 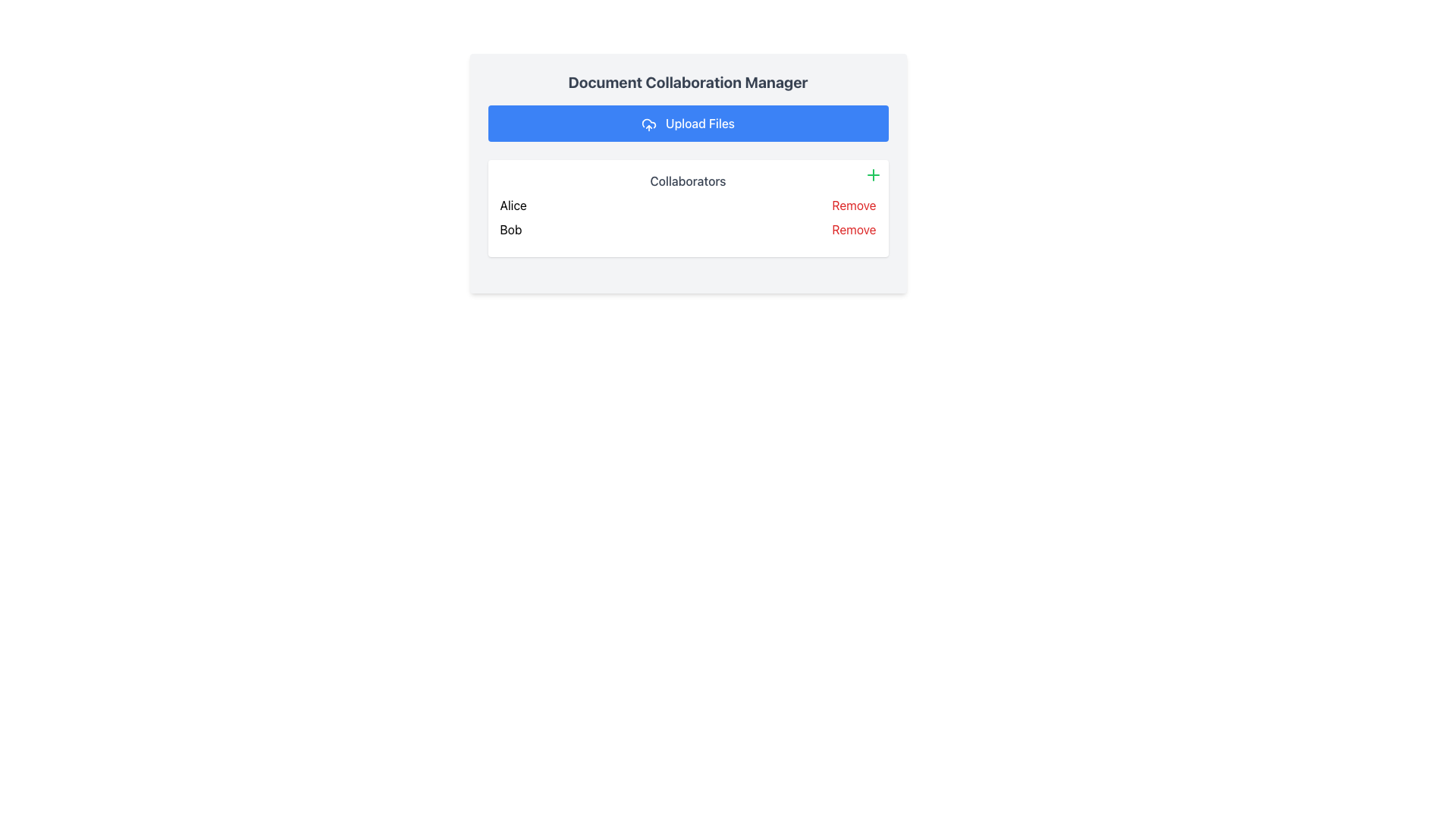 I want to click on the interactive button, so click(x=854, y=230).